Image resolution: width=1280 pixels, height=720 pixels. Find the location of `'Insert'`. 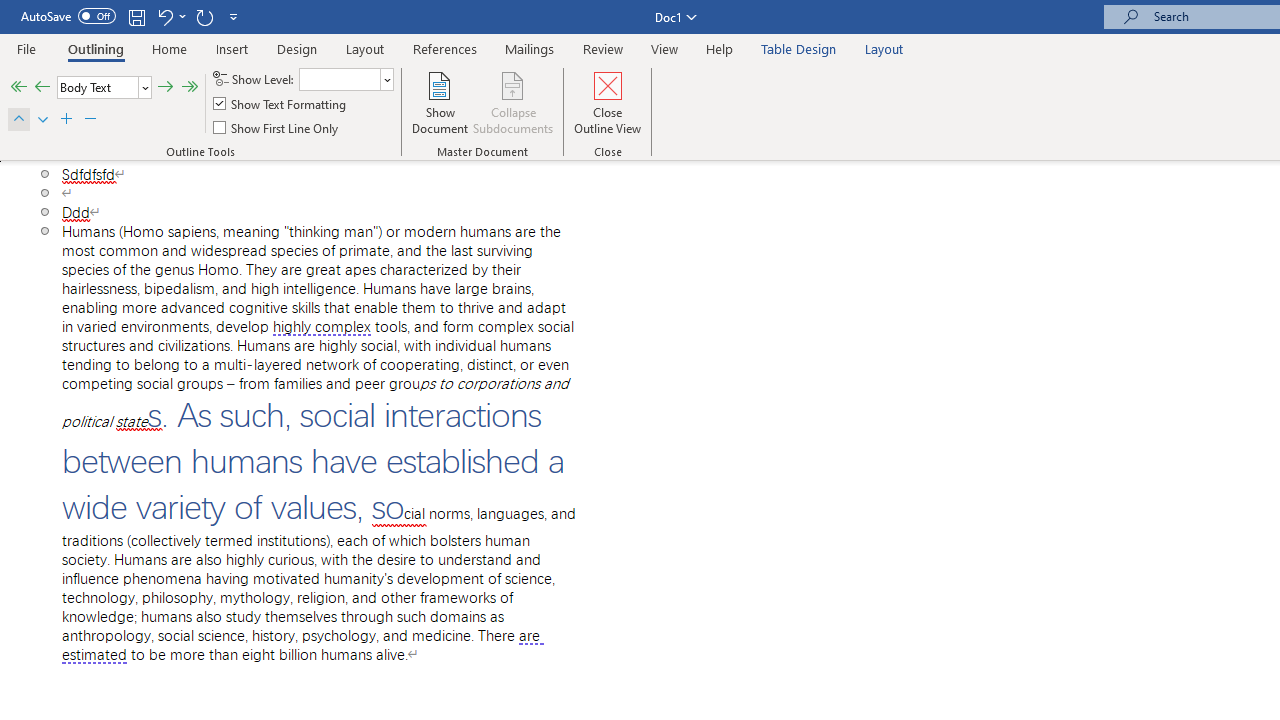

'Insert' is located at coordinates (232, 48).